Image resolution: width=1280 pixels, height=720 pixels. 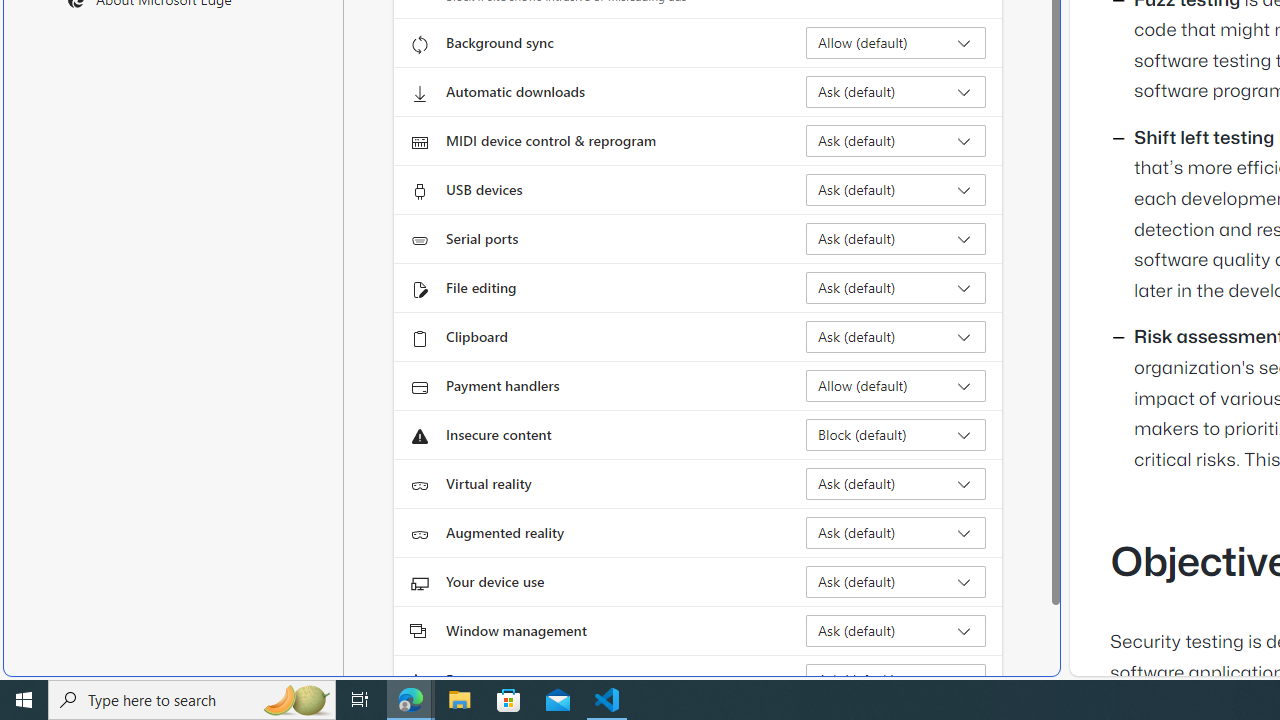 What do you see at coordinates (895, 385) in the screenshot?
I see `'Payment handlers Allow (default)'` at bounding box center [895, 385].